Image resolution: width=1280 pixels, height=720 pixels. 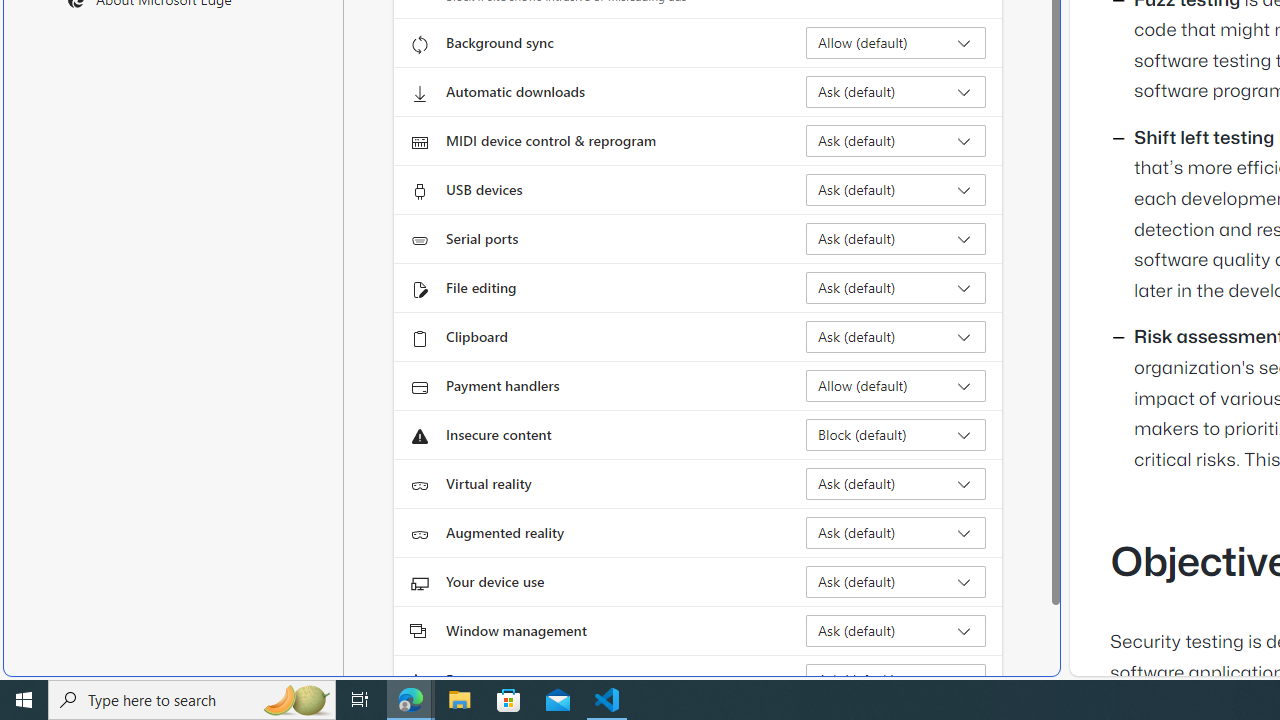 What do you see at coordinates (895, 385) in the screenshot?
I see `'Payment handlers Allow (default)'` at bounding box center [895, 385].